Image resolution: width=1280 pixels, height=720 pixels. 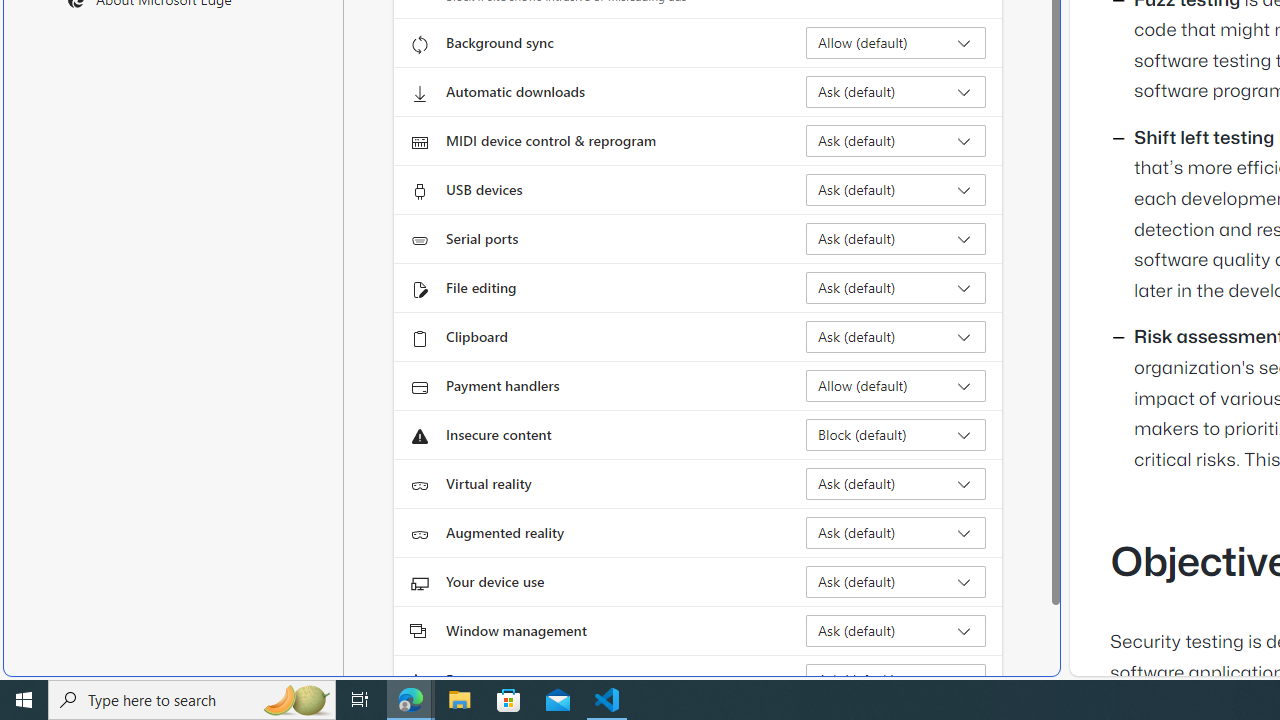 What do you see at coordinates (895, 385) in the screenshot?
I see `'Payment handlers Allow (default)'` at bounding box center [895, 385].